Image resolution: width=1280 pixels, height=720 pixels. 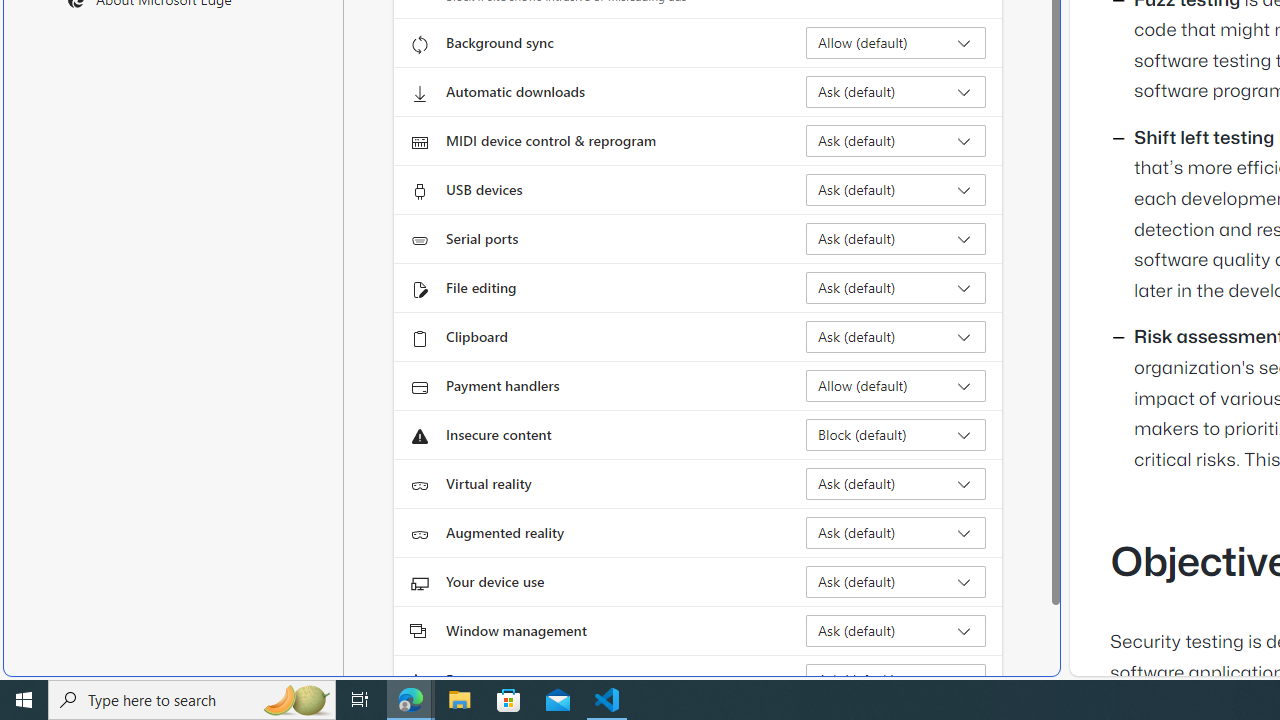 What do you see at coordinates (895, 385) in the screenshot?
I see `'Payment handlers Allow (default)'` at bounding box center [895, 385].